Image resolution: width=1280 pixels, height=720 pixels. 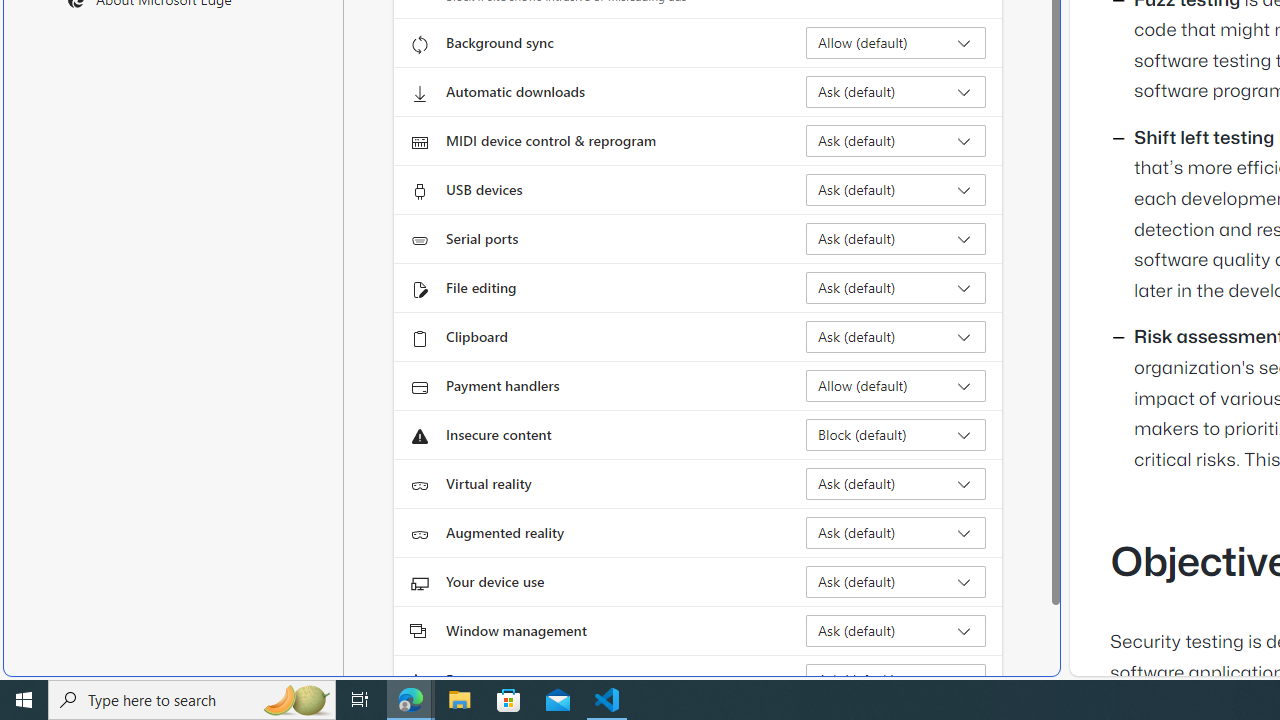 What do you see at coordinates (895, 385) in the screenshot?
I see `'Payment handlers Allow (default)'` at bounding box center [895, 385].